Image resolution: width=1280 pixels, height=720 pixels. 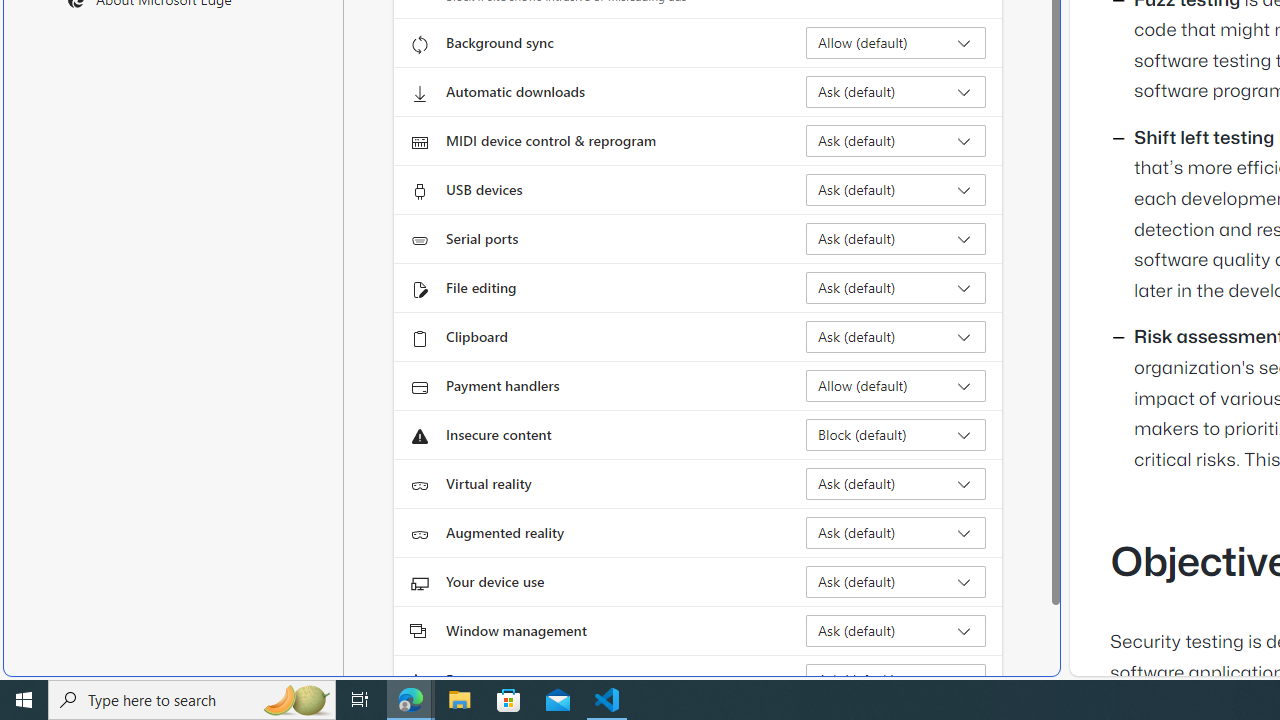 What do you see at coordinates (895, 385) in the screenshot?
I see `'Payment handlers Allow (default)'` at bounding box center [895, 385].